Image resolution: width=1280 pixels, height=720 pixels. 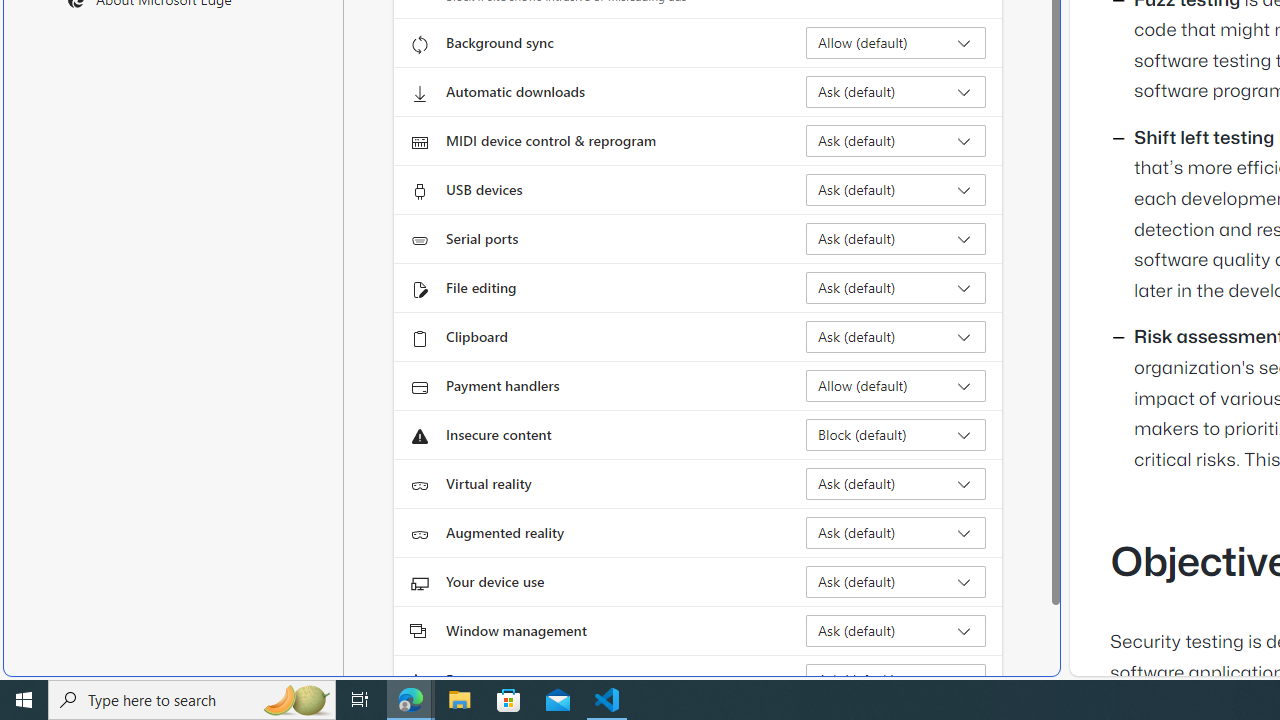 What do you see at coordinates (895, 385) in the screenshot?
I see `'Payment handlers Allow (default)'` at bounding box center [895, 385].